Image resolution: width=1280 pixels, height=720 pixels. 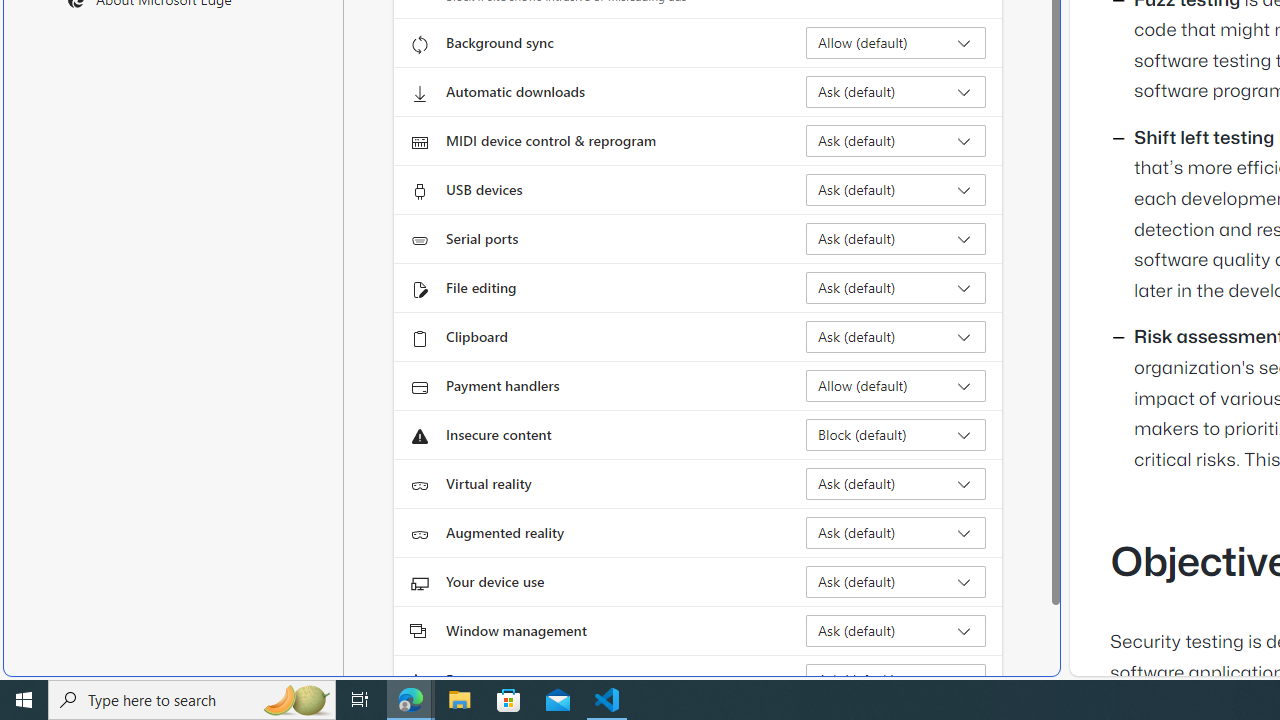 What do you see at coordinates (895, 385) in the screenshot?
I see `'Payment handlers Allow (default)'` at bounding box center [895, 385].